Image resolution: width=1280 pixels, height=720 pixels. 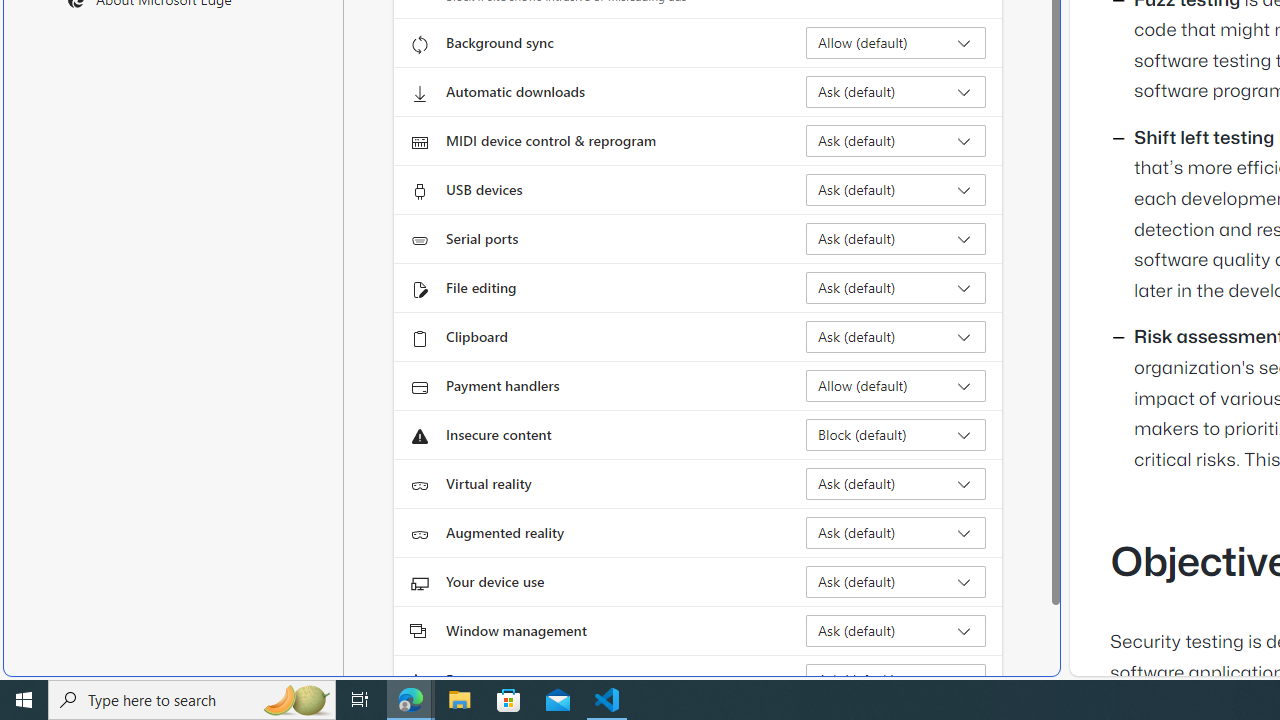 What do you see at coordinates (895, 385) in the screenshot?
I see `'Payment handlers Allow (default)'` at bounding box center [895, 385].